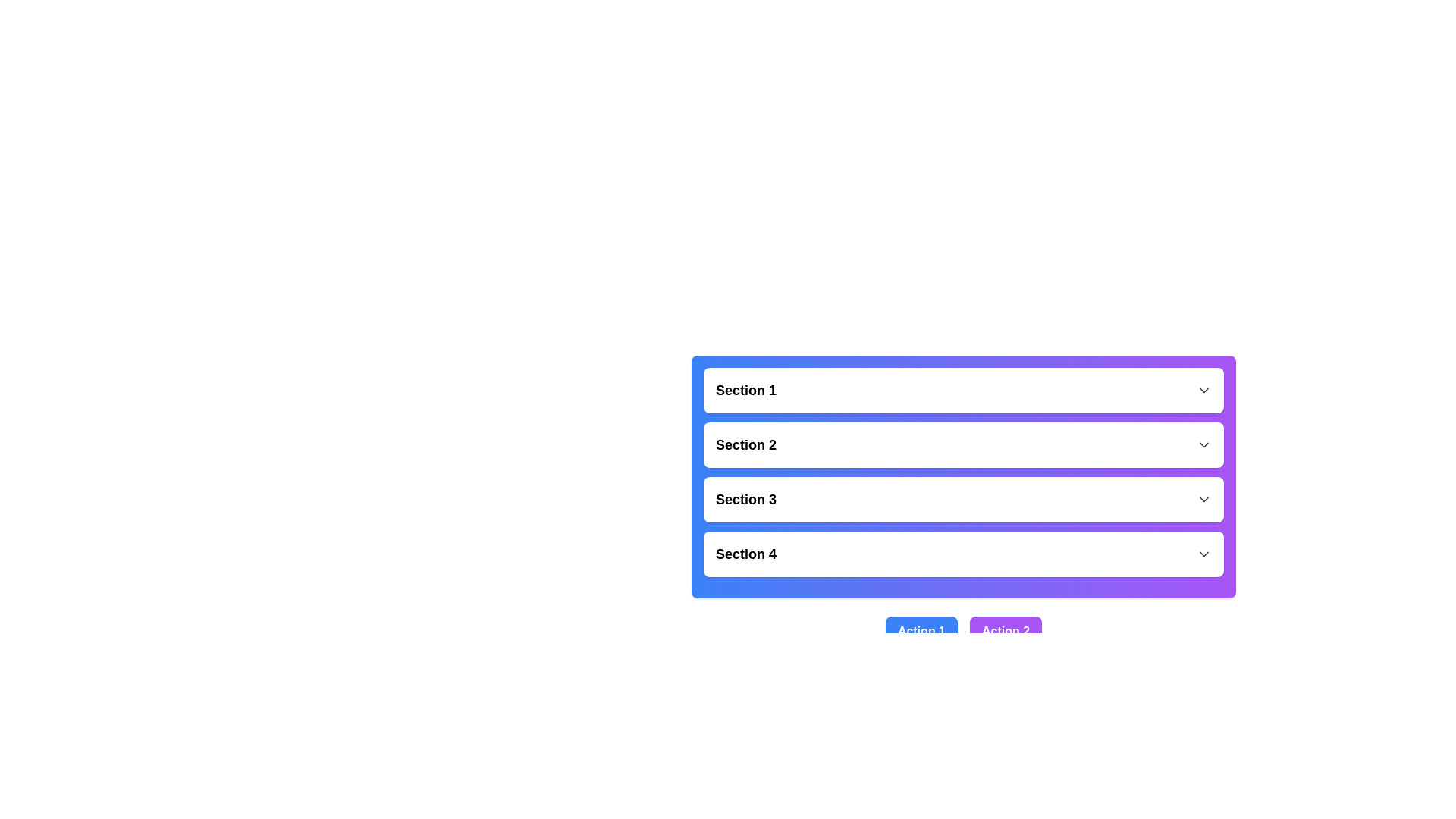 The image size is (1456, 819). I want to click on the Chevron Icon located in the top-right corner of the 'Section 3' section, so click(1203, 500).